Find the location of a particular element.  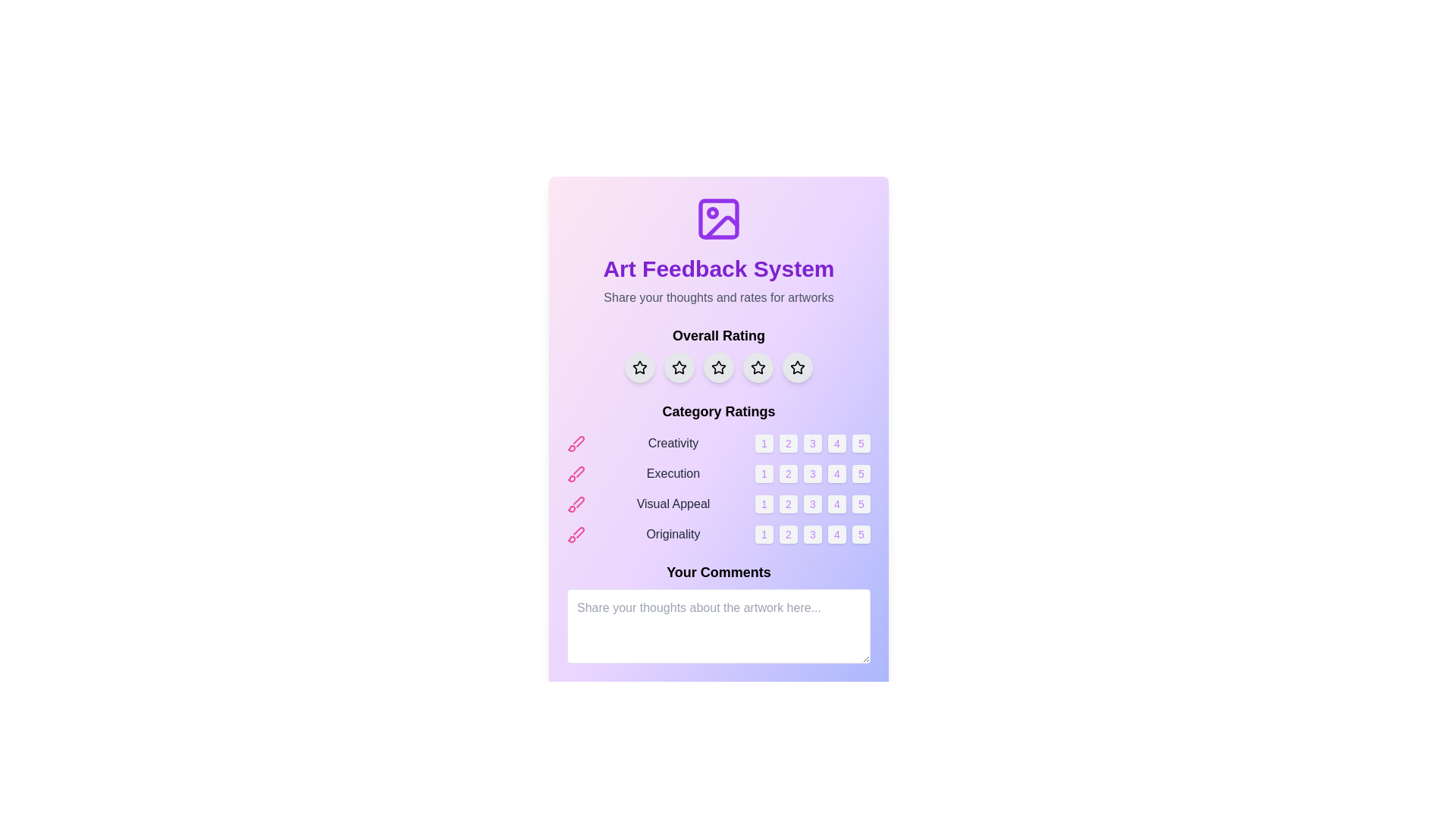

the circular button with a light gray background and a black star outline in the 'Overall Rating' section is located at coordinates (718, 368).